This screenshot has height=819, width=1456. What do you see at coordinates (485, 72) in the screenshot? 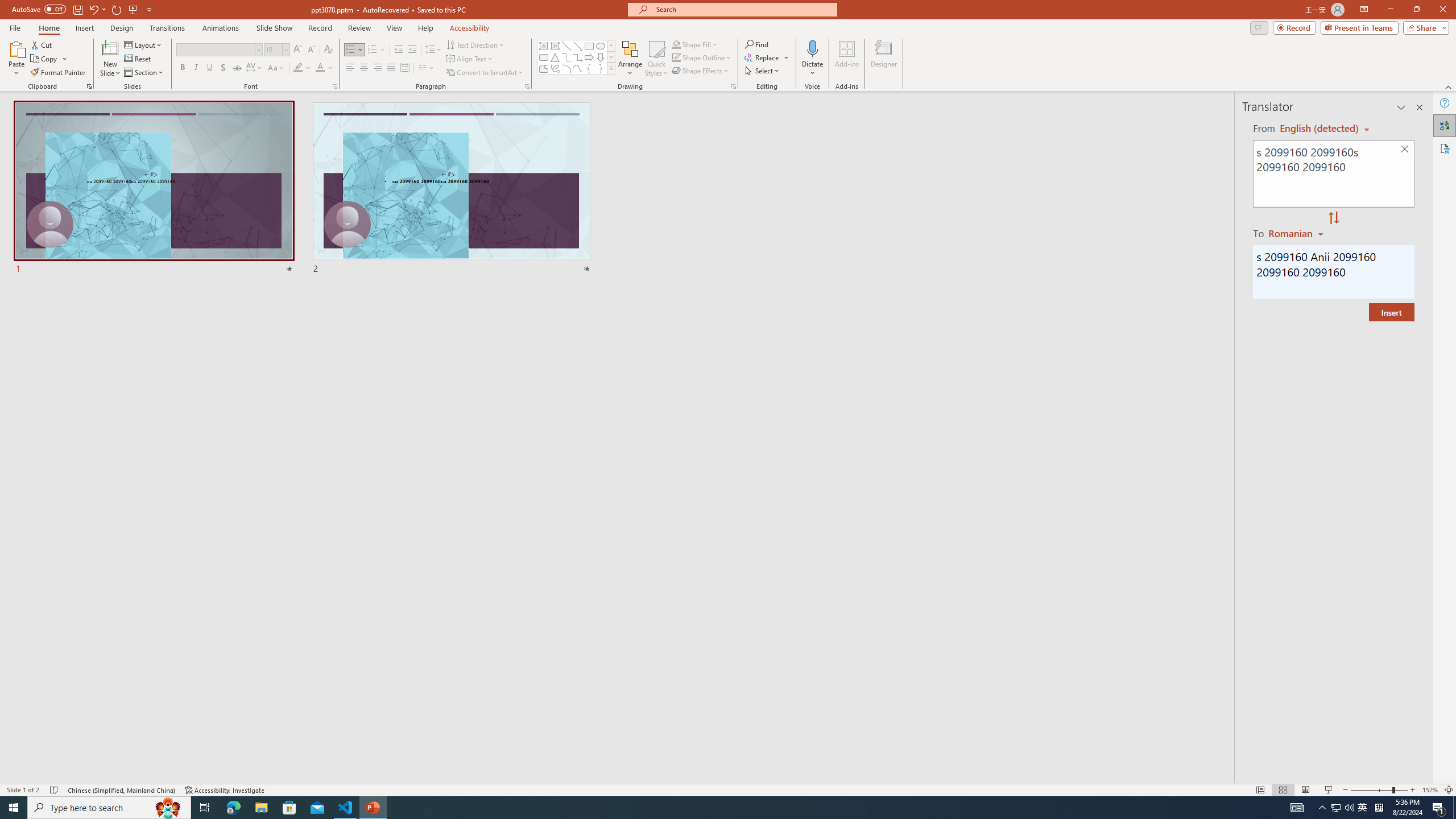
I see `'Convert to SmartArt'` at bounding box center [485, 72].